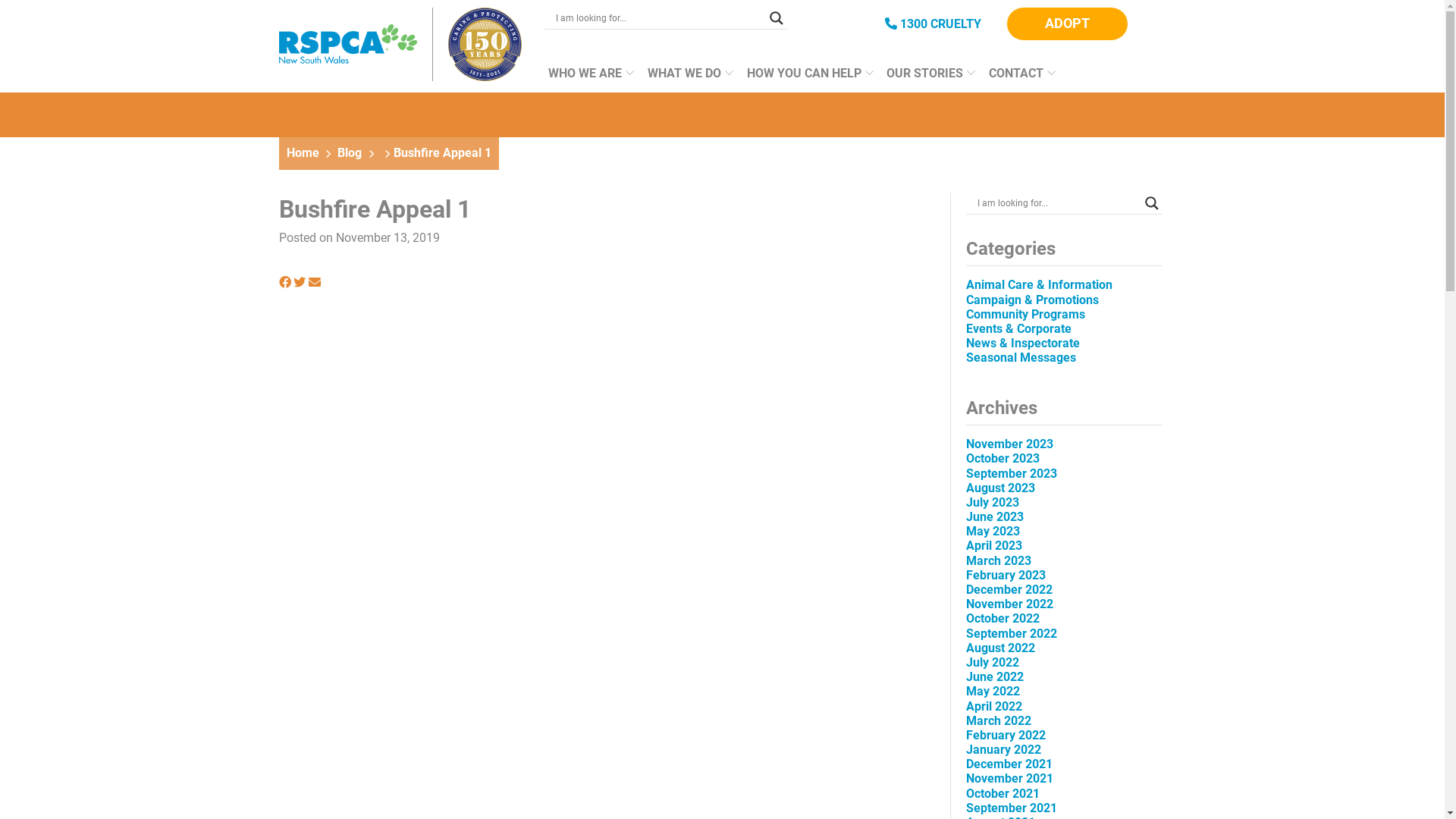 This screenshot has height=819, width=1456. Describe the element at coordinates (998, 720) in the screenshot. I see `'March 2022'` at that location.